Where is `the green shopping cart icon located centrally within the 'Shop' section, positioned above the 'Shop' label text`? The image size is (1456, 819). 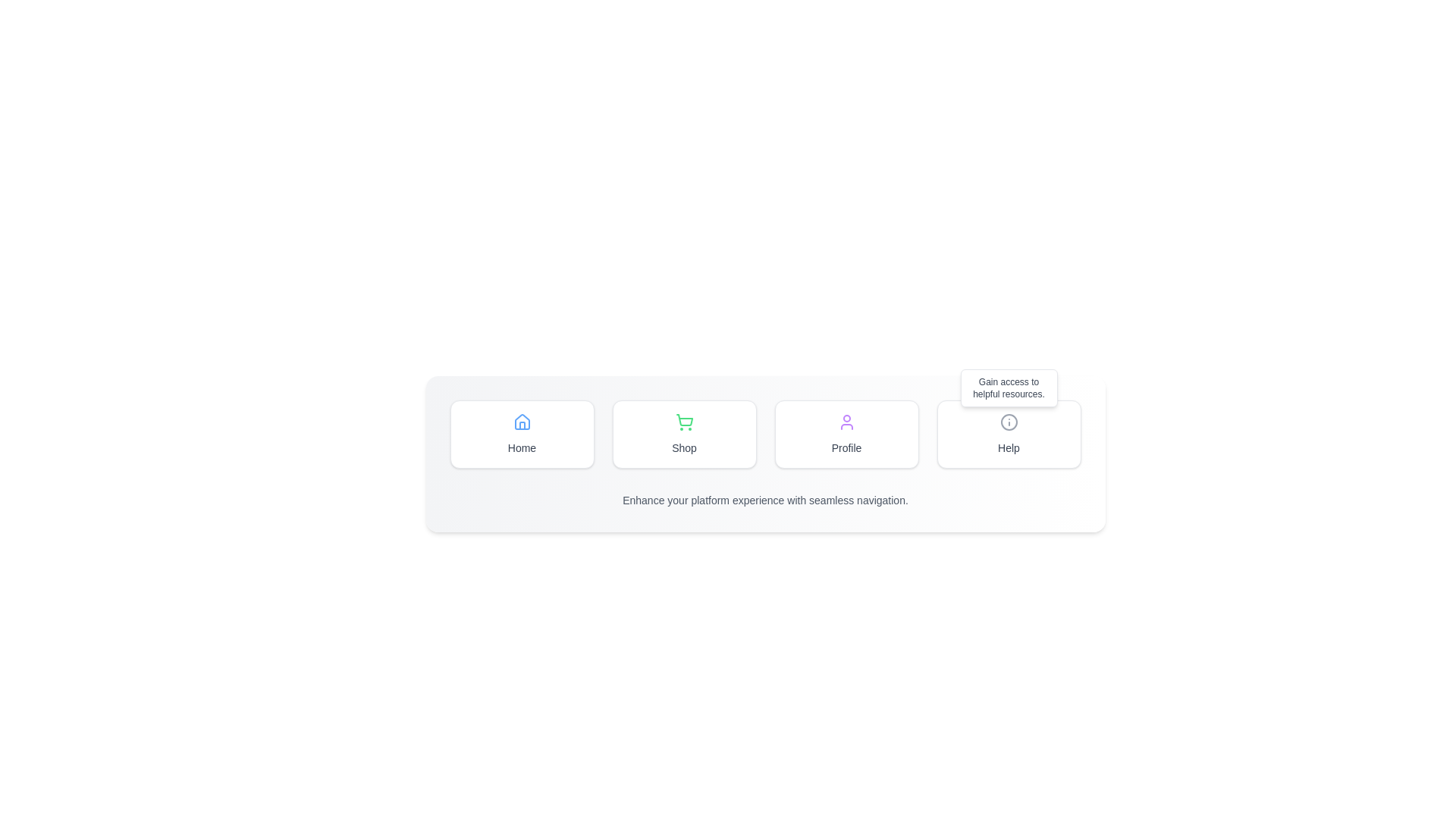
the green shopping cart icon located centrally within the 'Shop' section, positioned above the 'Shop' label text is located at coordinates (683, 422).